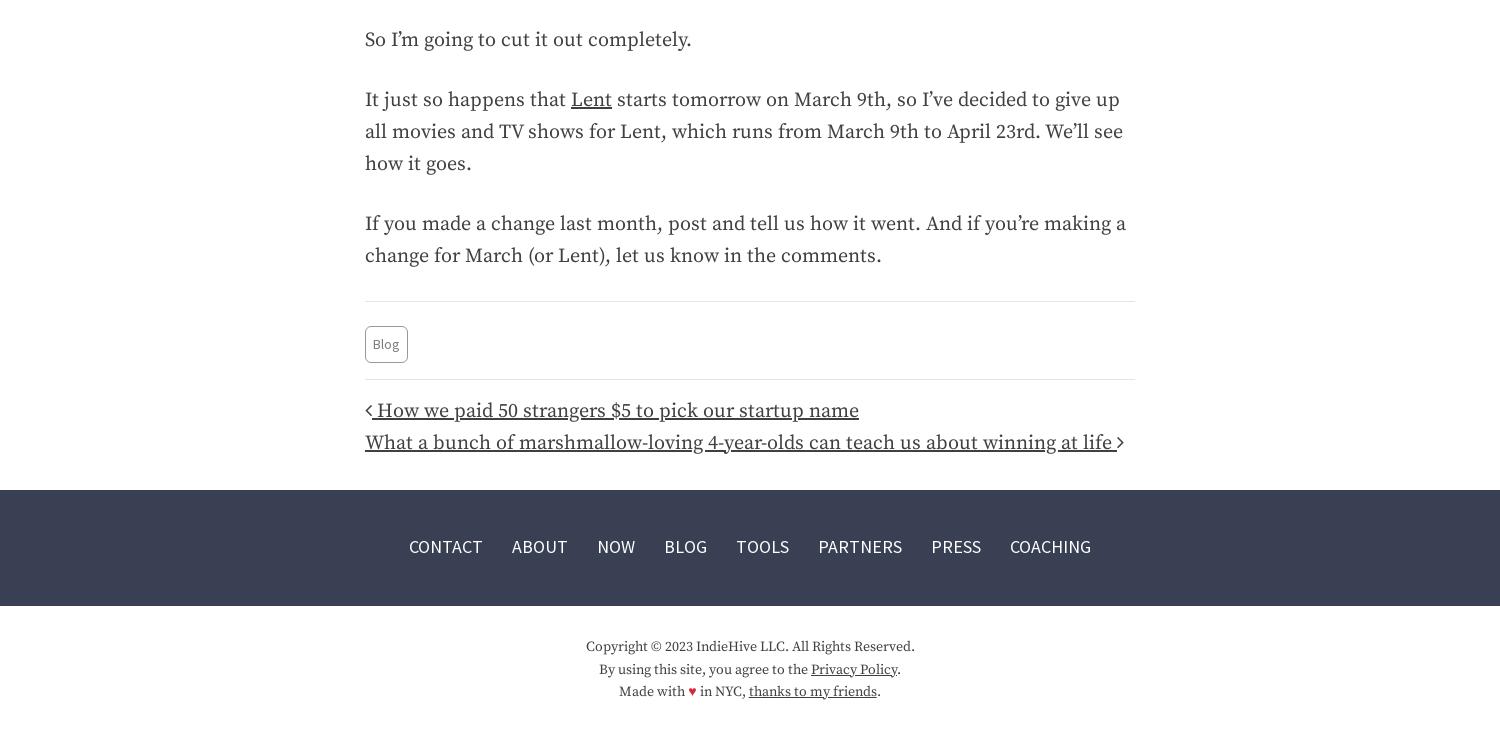 This screenshot has width=1500, height=732. Describe the element at coordinates (540, 546) in the screenshot. I see `'About'` at that location.